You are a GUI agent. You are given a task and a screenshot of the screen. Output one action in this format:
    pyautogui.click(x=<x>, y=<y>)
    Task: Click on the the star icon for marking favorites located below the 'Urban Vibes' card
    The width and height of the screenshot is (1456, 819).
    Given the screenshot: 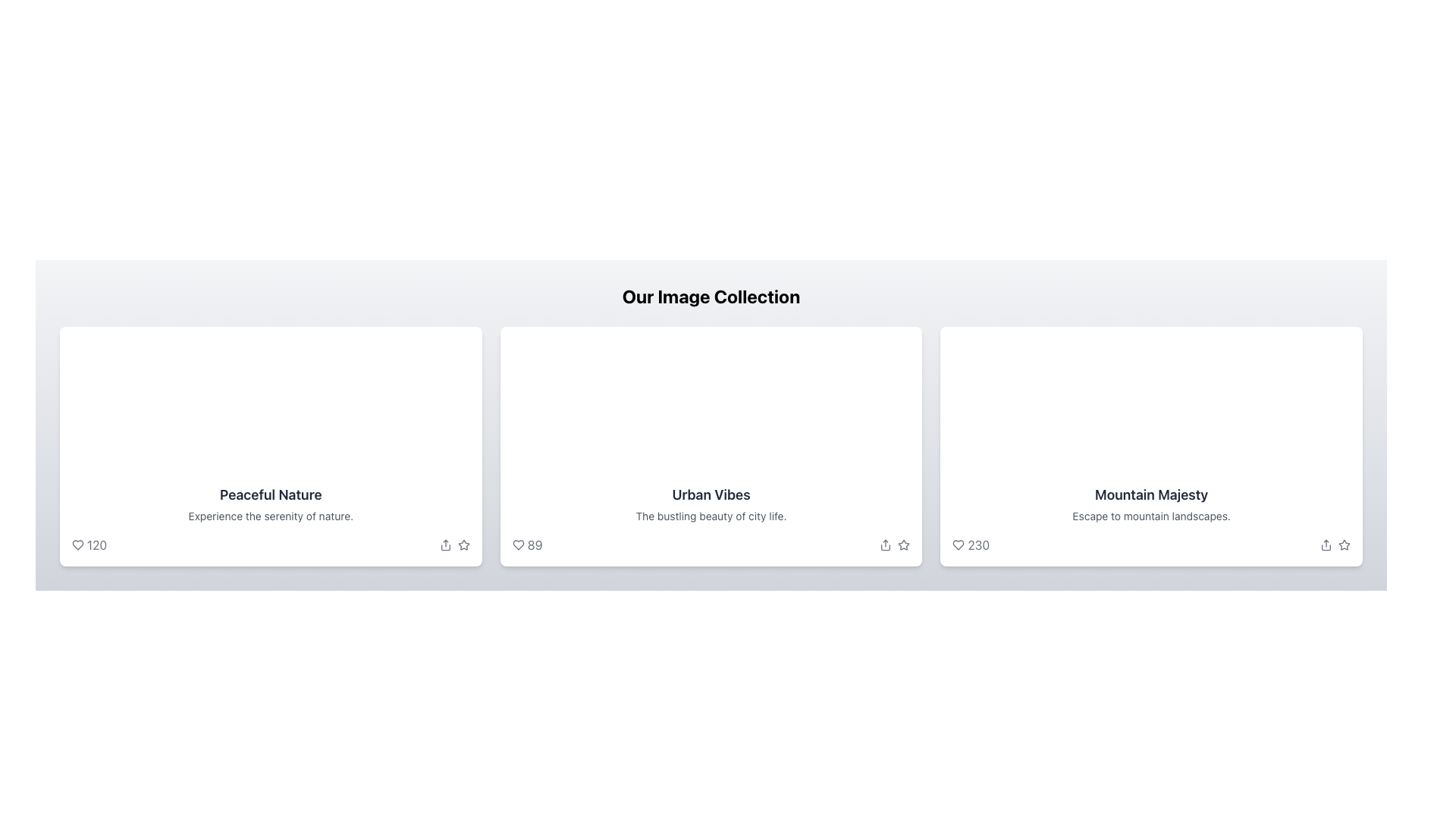 What is the action you would take?
    pyautogui.click(x=903, y=544)
    